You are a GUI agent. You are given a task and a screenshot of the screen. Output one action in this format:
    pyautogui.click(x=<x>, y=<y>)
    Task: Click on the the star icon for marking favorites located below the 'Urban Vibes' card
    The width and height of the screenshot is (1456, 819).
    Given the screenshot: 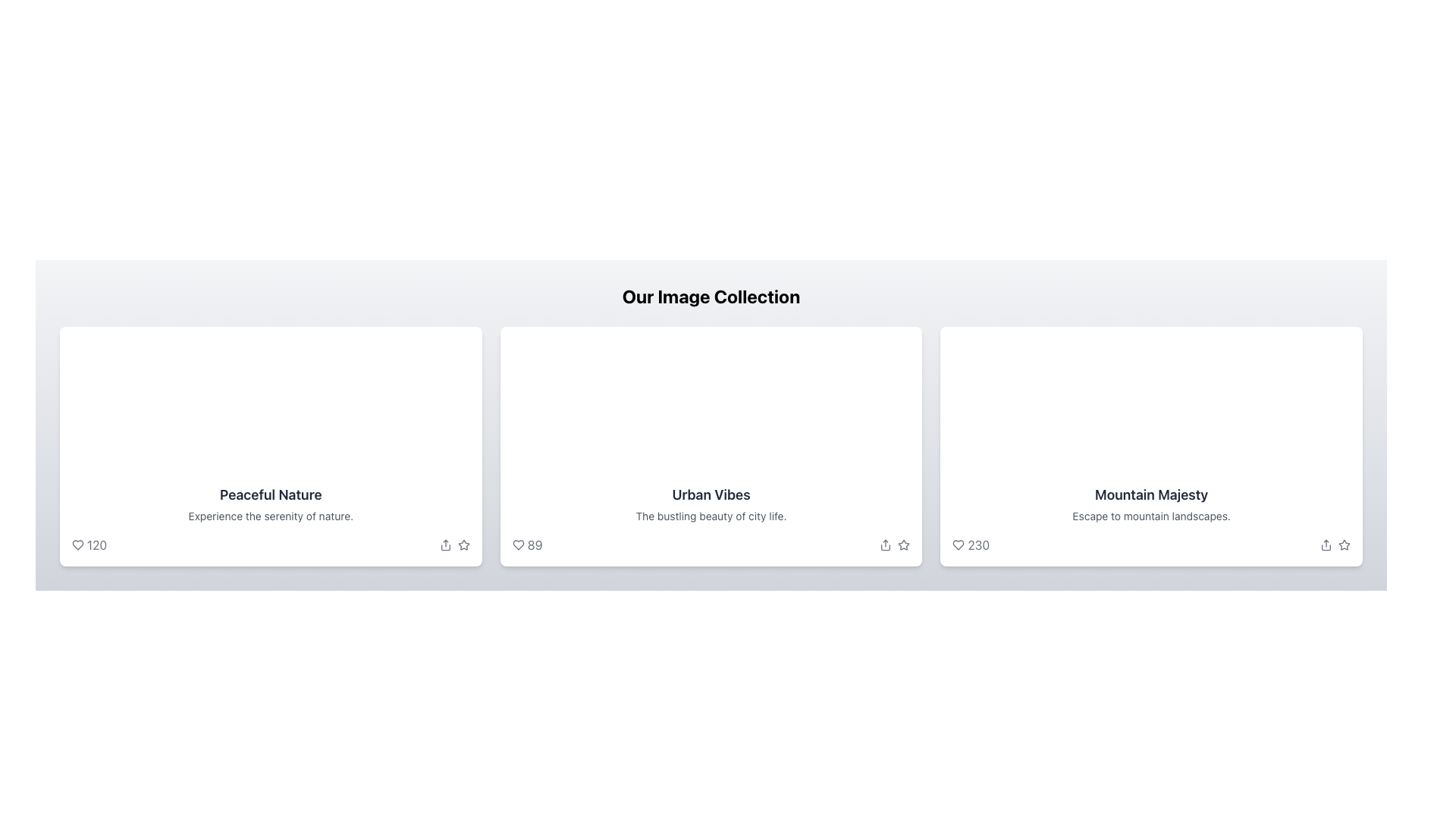 What is the action you would take?
    pyautogui.click(x=903, y=544)
    